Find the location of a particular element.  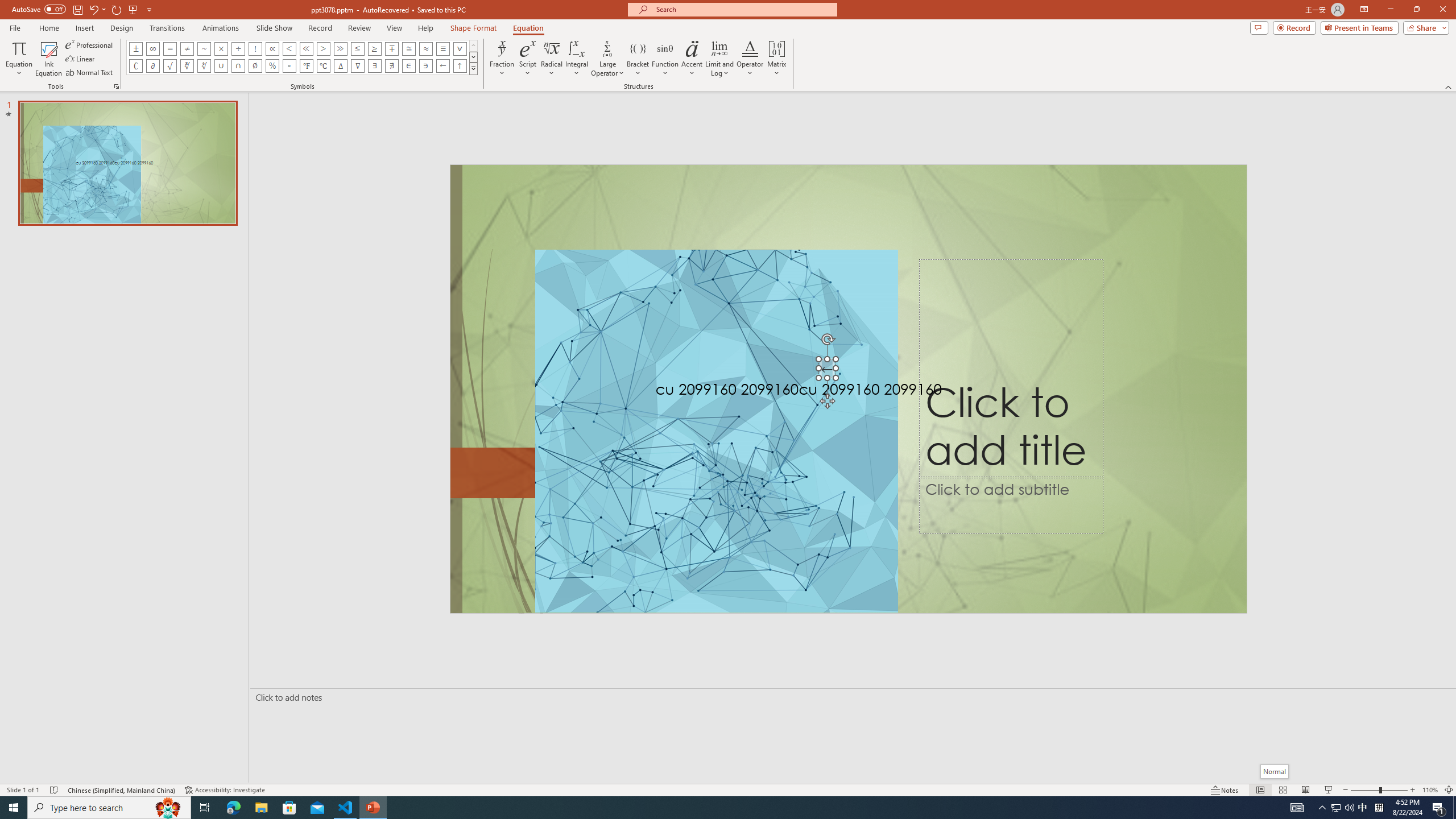

'Equation Symbol Proportional To' is located at coordinates (271, 48).